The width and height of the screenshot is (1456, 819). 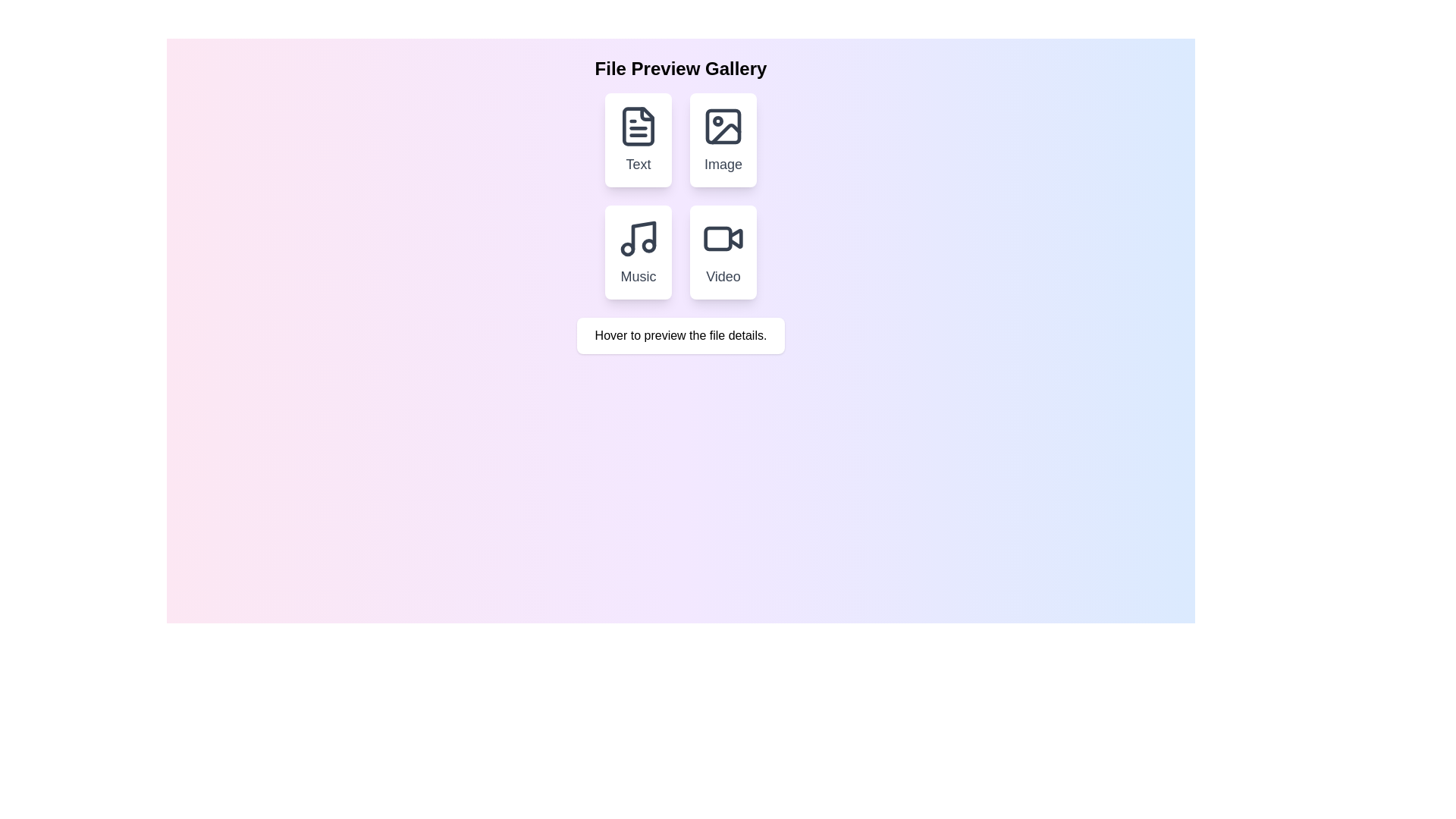 I want to click on the graphical representation of the video camera icon, located at the bottom-right of the grid layout containing the preview options, so click(x=717, y=239).